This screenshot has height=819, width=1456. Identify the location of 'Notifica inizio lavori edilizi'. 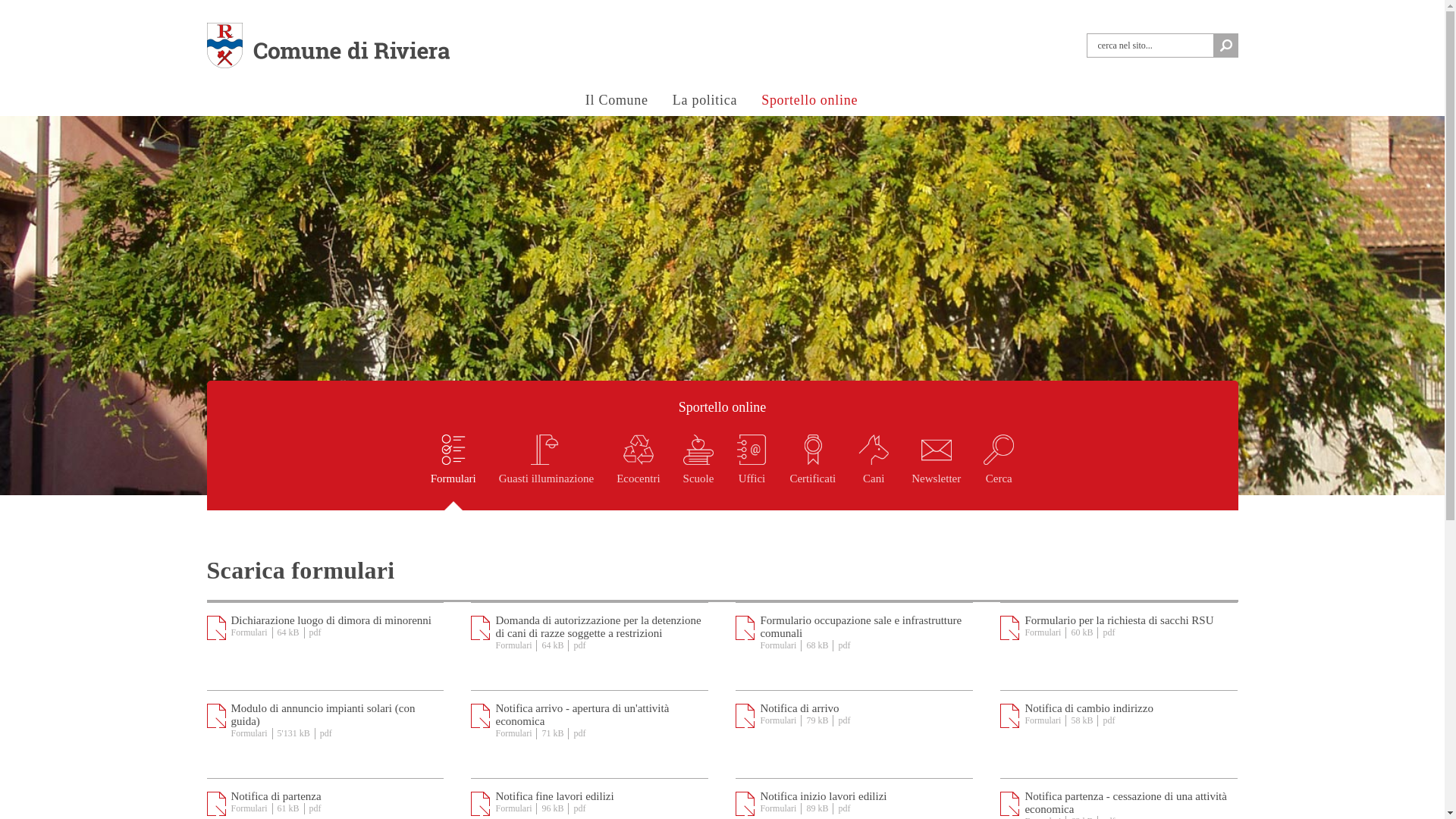
(822, 795).